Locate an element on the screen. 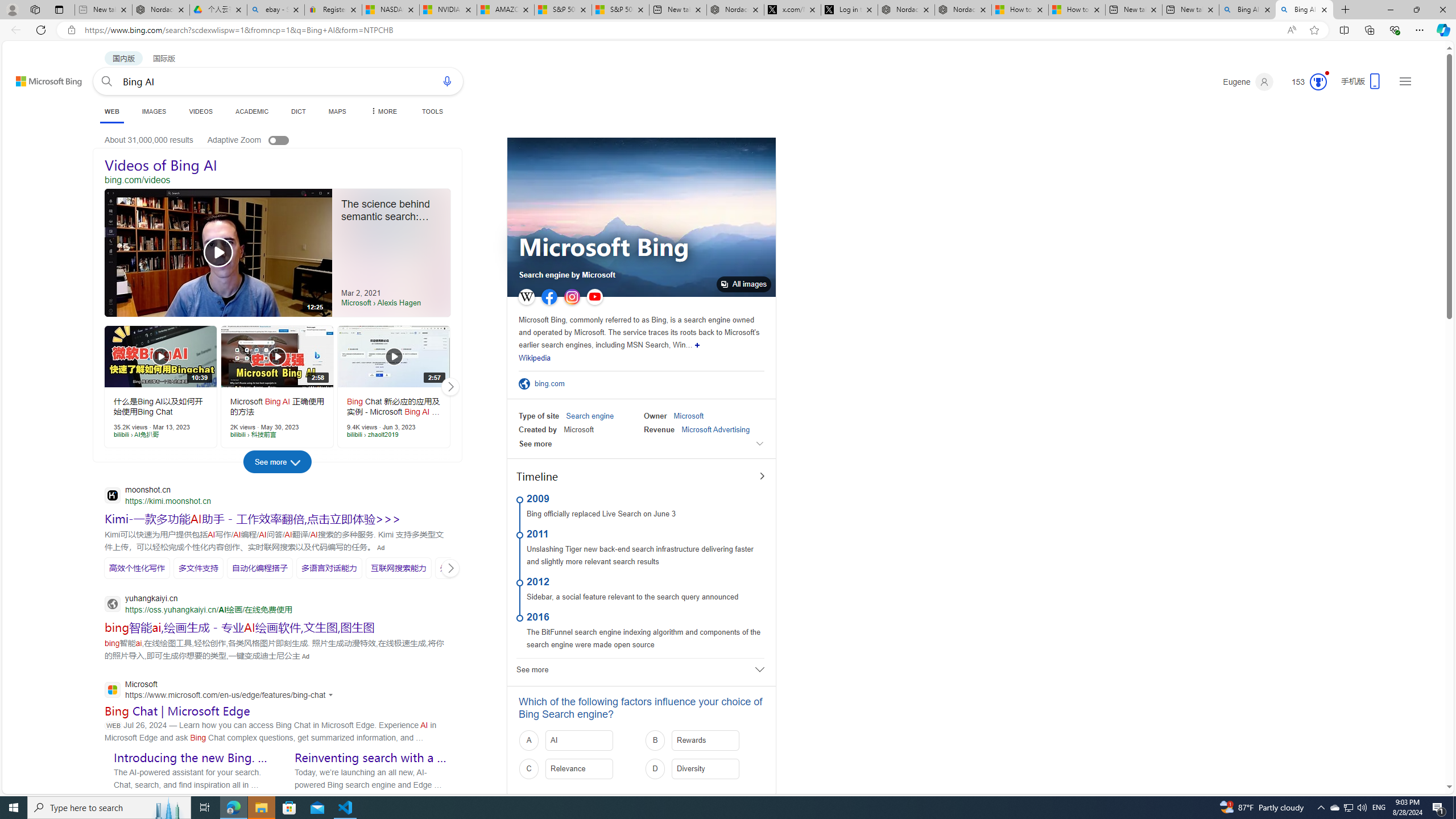  'Class: sp-ofsite' is located at coordinates (524, 383).